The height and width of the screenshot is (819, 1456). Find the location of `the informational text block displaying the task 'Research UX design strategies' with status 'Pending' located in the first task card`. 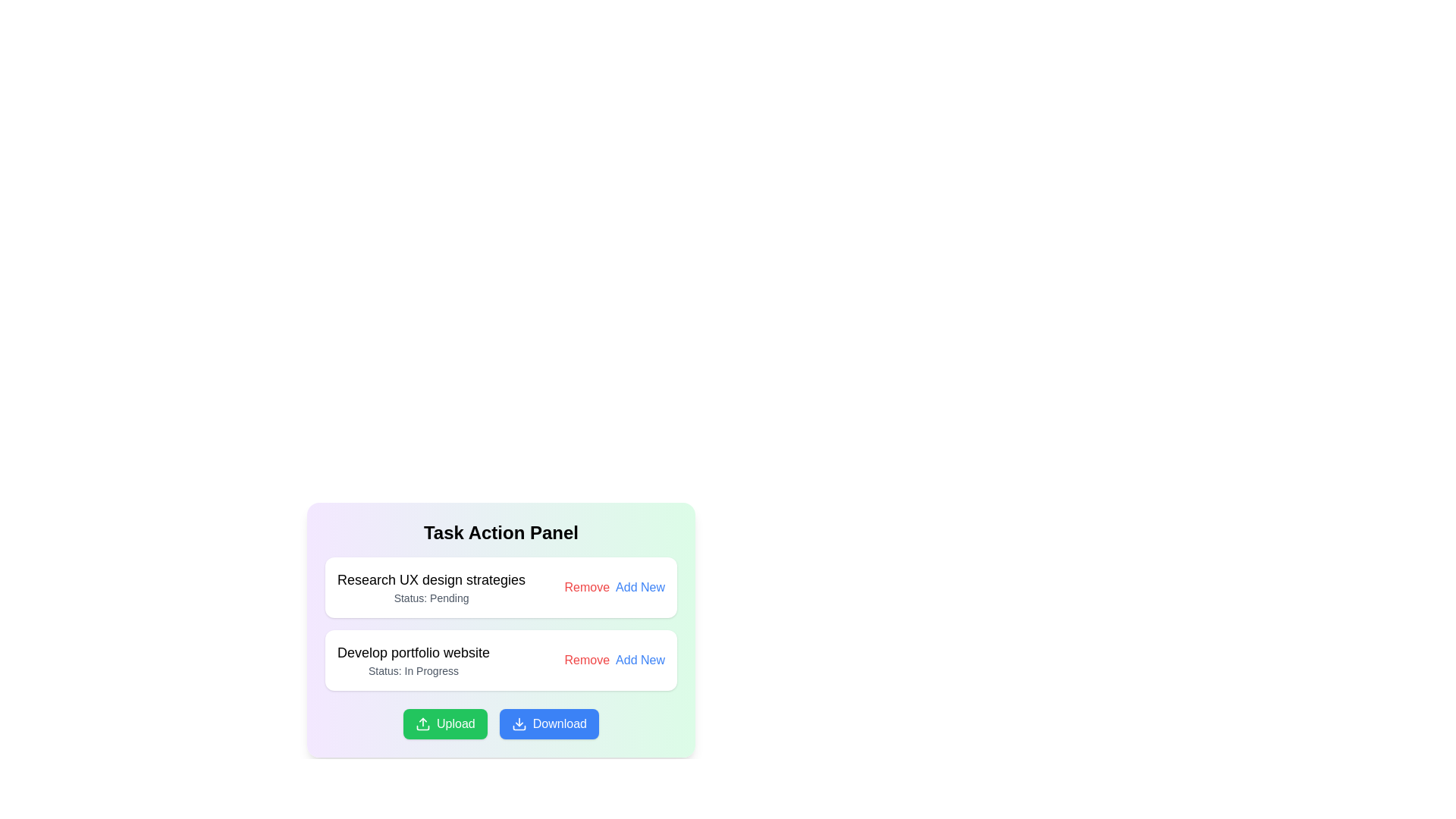

the informational text block displaying the task 'Research UX design strategies' with status 'Pending' located in the first task card is located at coordinates (431, 587).